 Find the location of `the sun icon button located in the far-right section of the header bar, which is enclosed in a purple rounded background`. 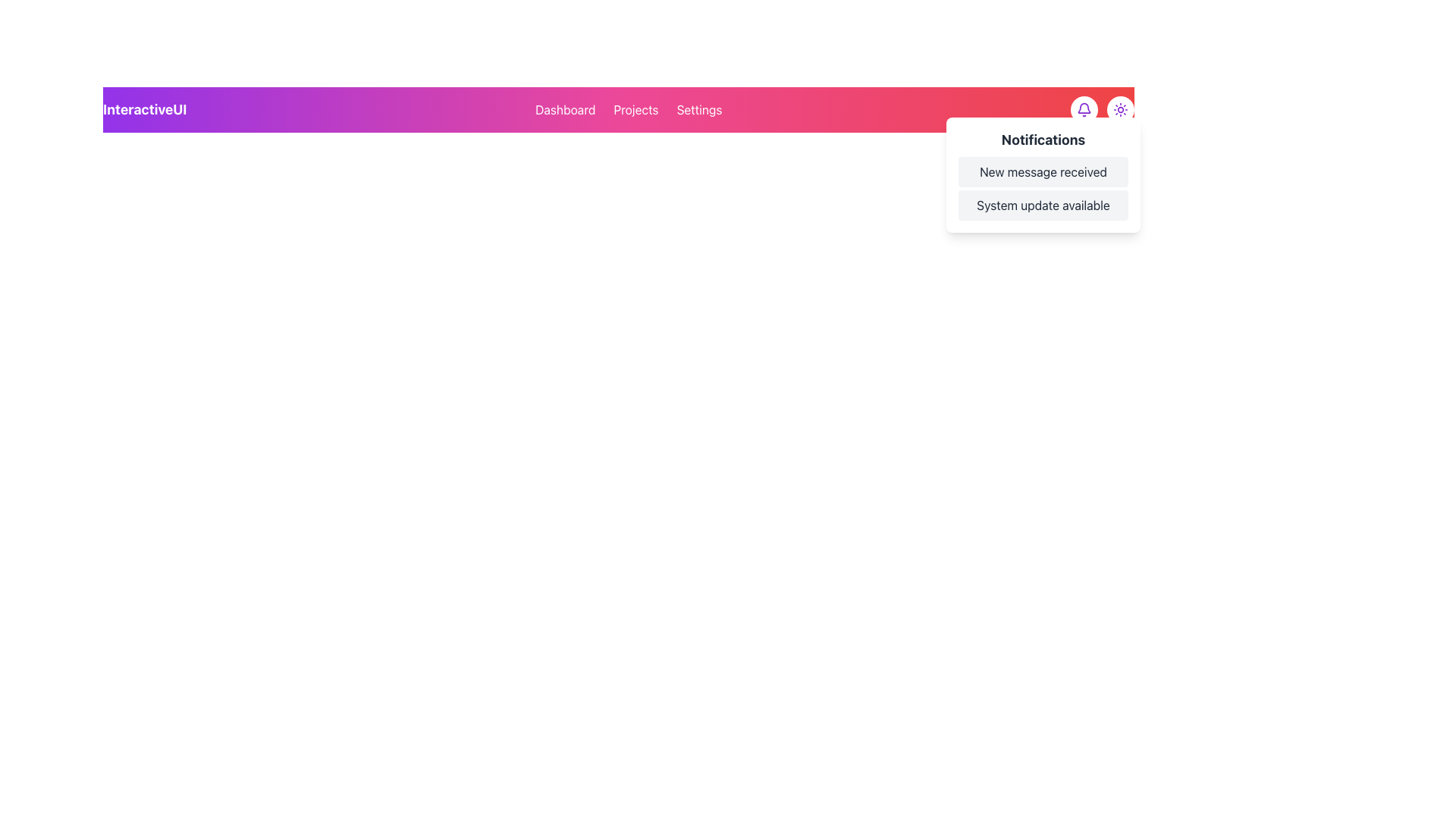

the sun icon button located in the far-right section of the header bar, which is enclosed in a purple rounded background is located at coordinates (1121, 109).